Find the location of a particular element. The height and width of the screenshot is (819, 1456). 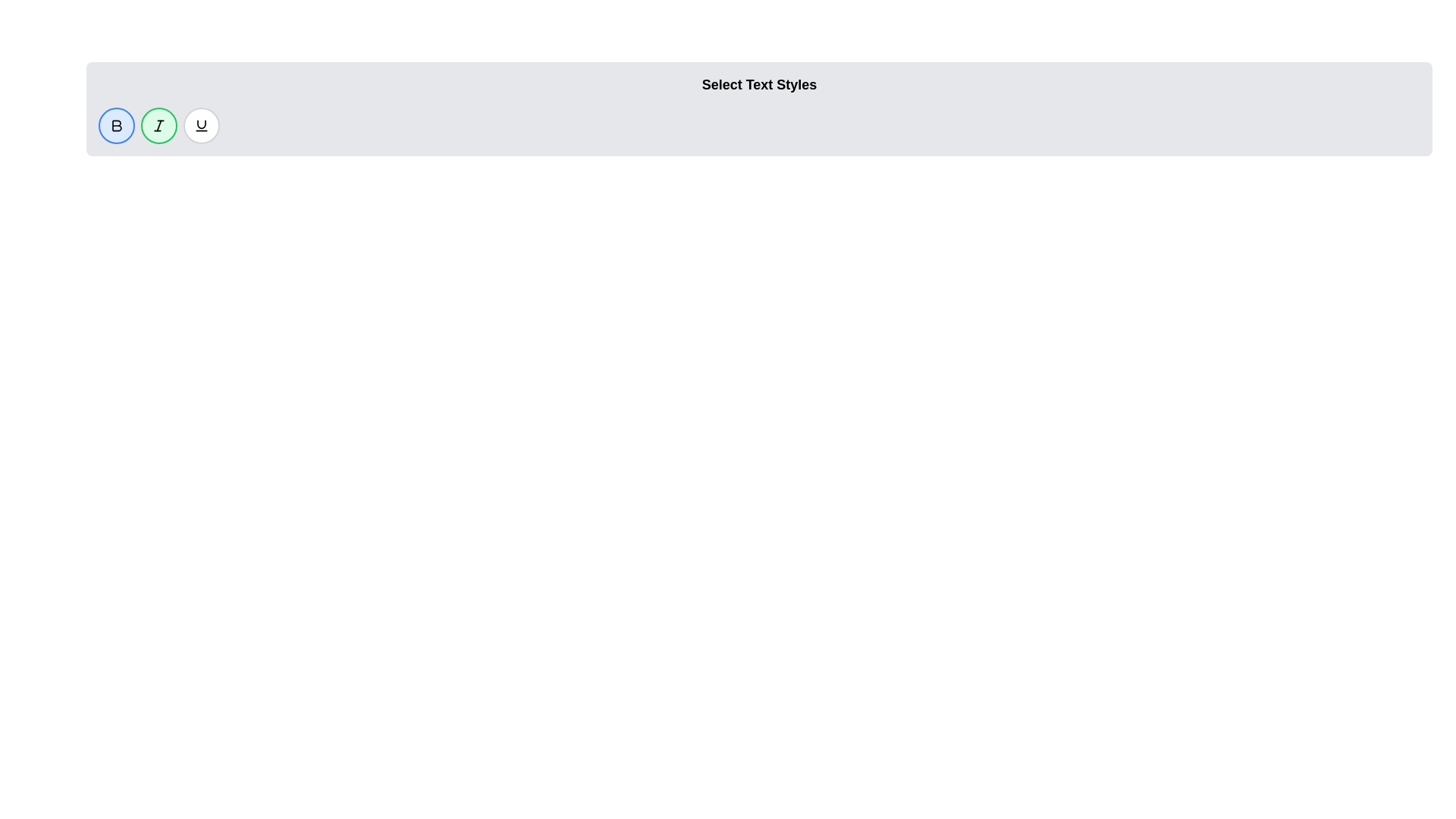

the underline formatting button, which is the fourth button from the left in the row of formatting buttons, to apply underline formatting to the selected text is located at coordinates (200, 124).